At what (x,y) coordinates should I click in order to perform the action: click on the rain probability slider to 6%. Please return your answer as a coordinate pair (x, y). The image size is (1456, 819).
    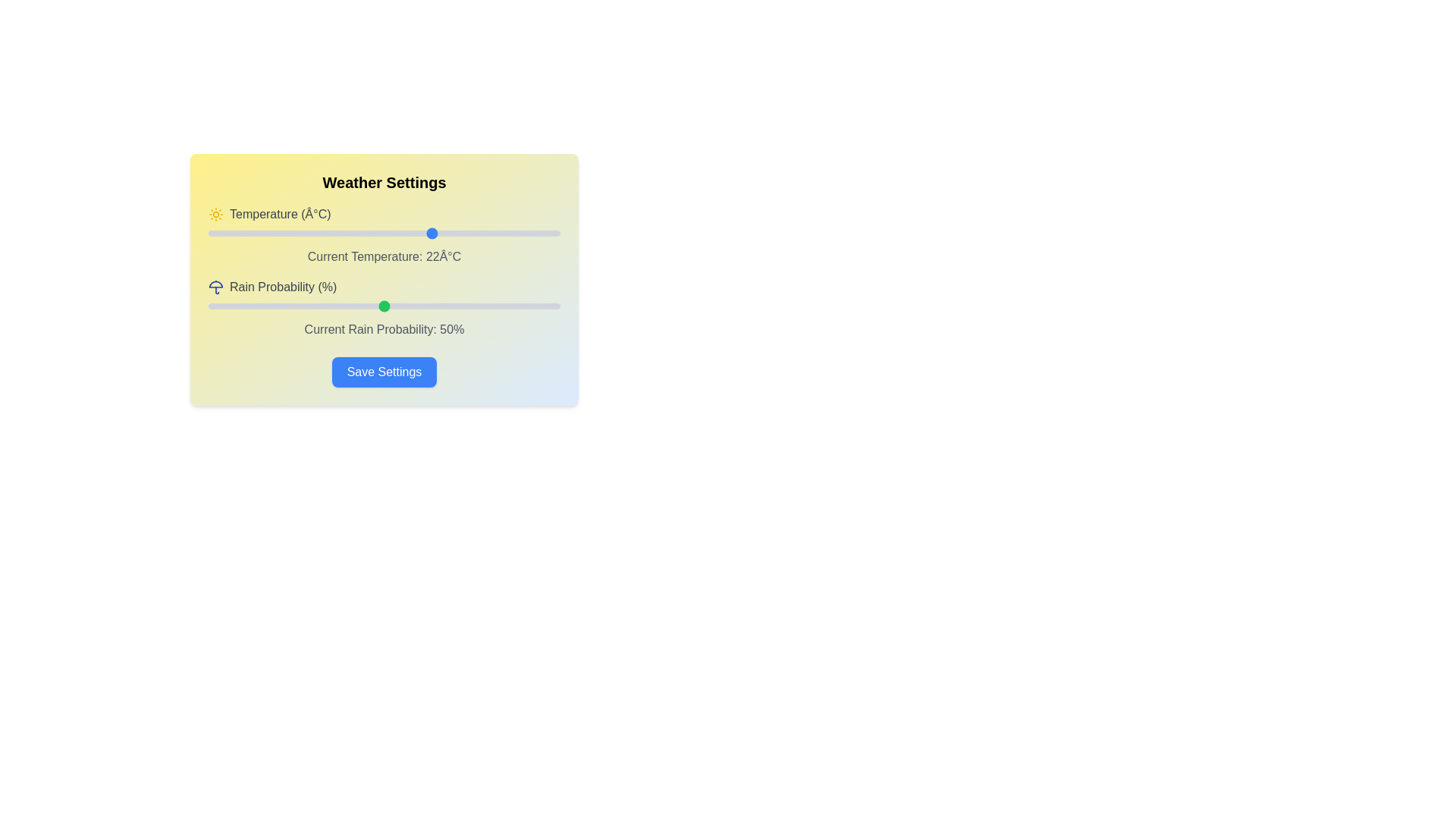
    Looking at the image, I should click on (228, 306).